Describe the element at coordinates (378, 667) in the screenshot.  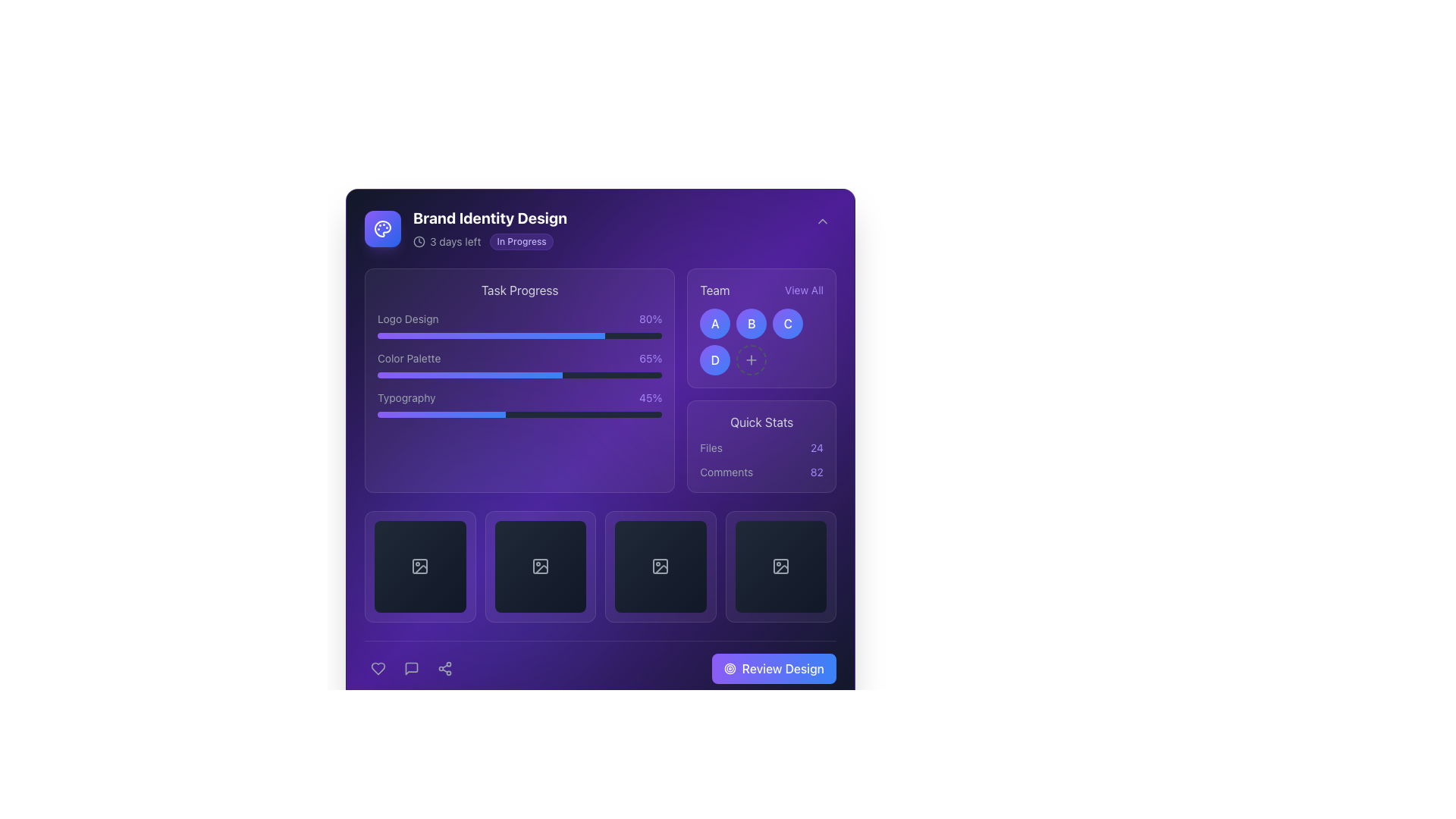
I see `the heart-shaped icon with a hollow interior located at the bottom left corner of the interface, positioned to the left of a speech bubble icon` at that location.